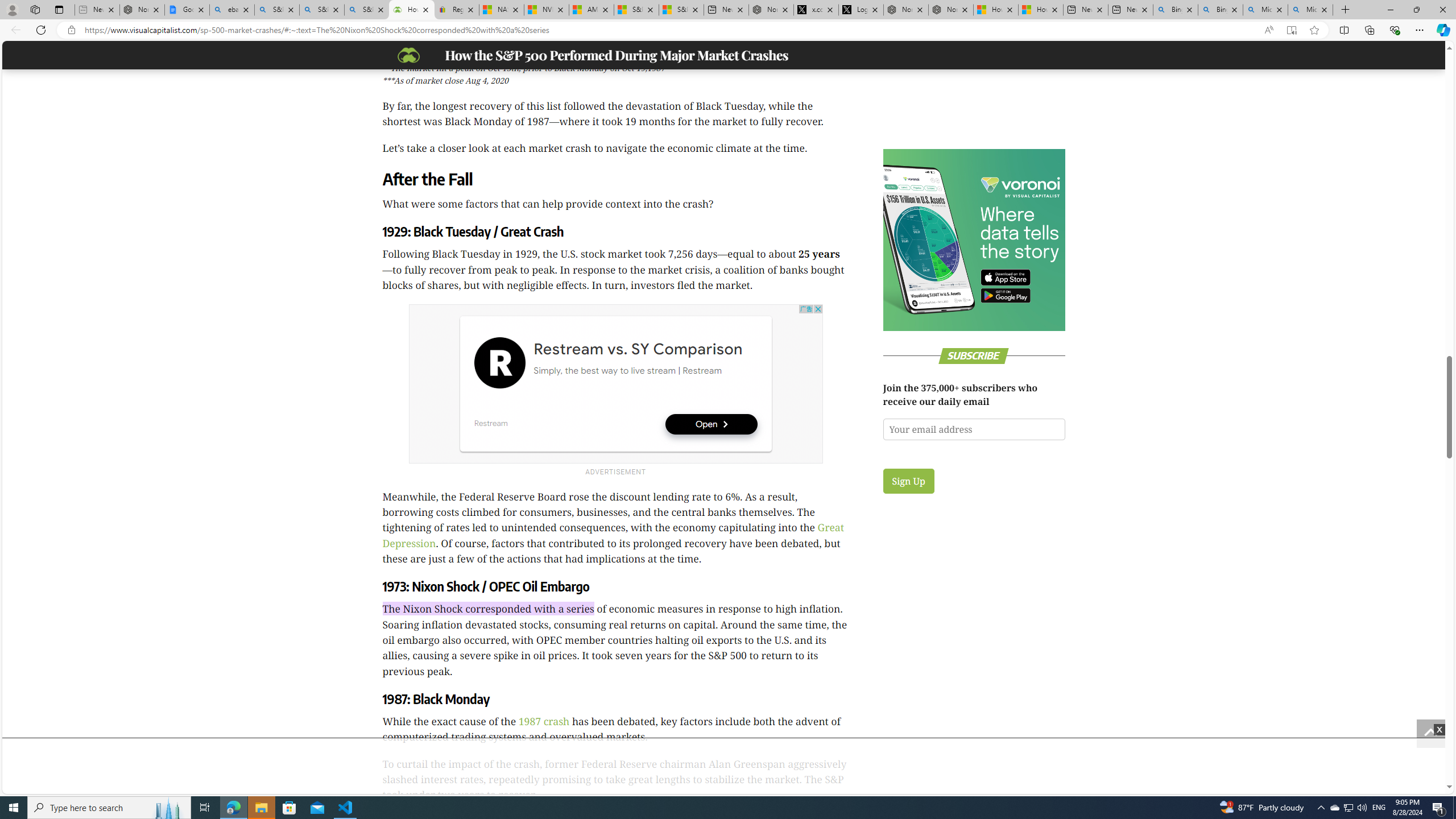 This screenshot has width=1456, height=819. I want to click on 'Microsoft Bing Timeline - Search', so click(1310, 9).